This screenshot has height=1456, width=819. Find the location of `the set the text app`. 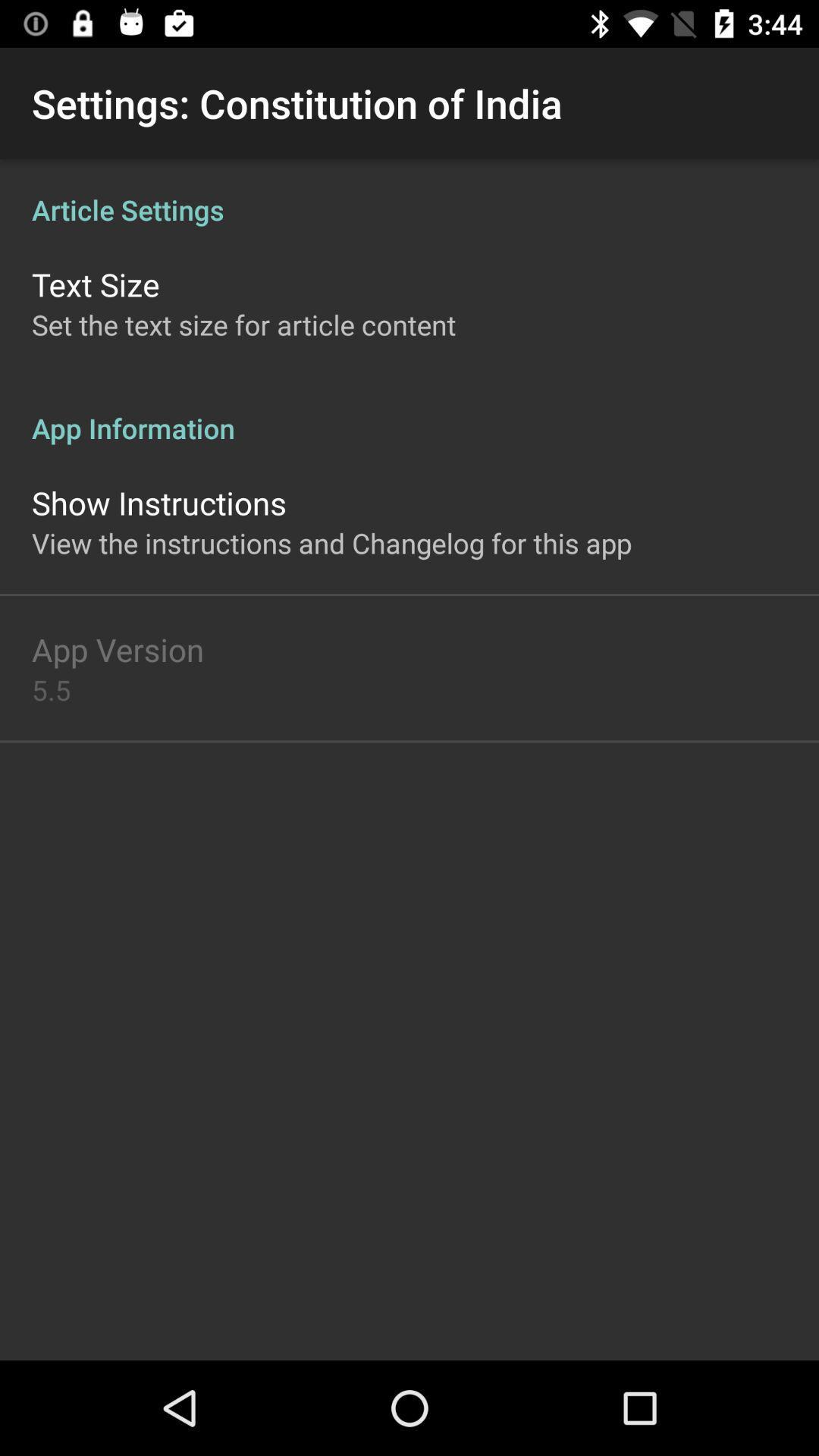

the set the text app is located at coordinates (243, 324).